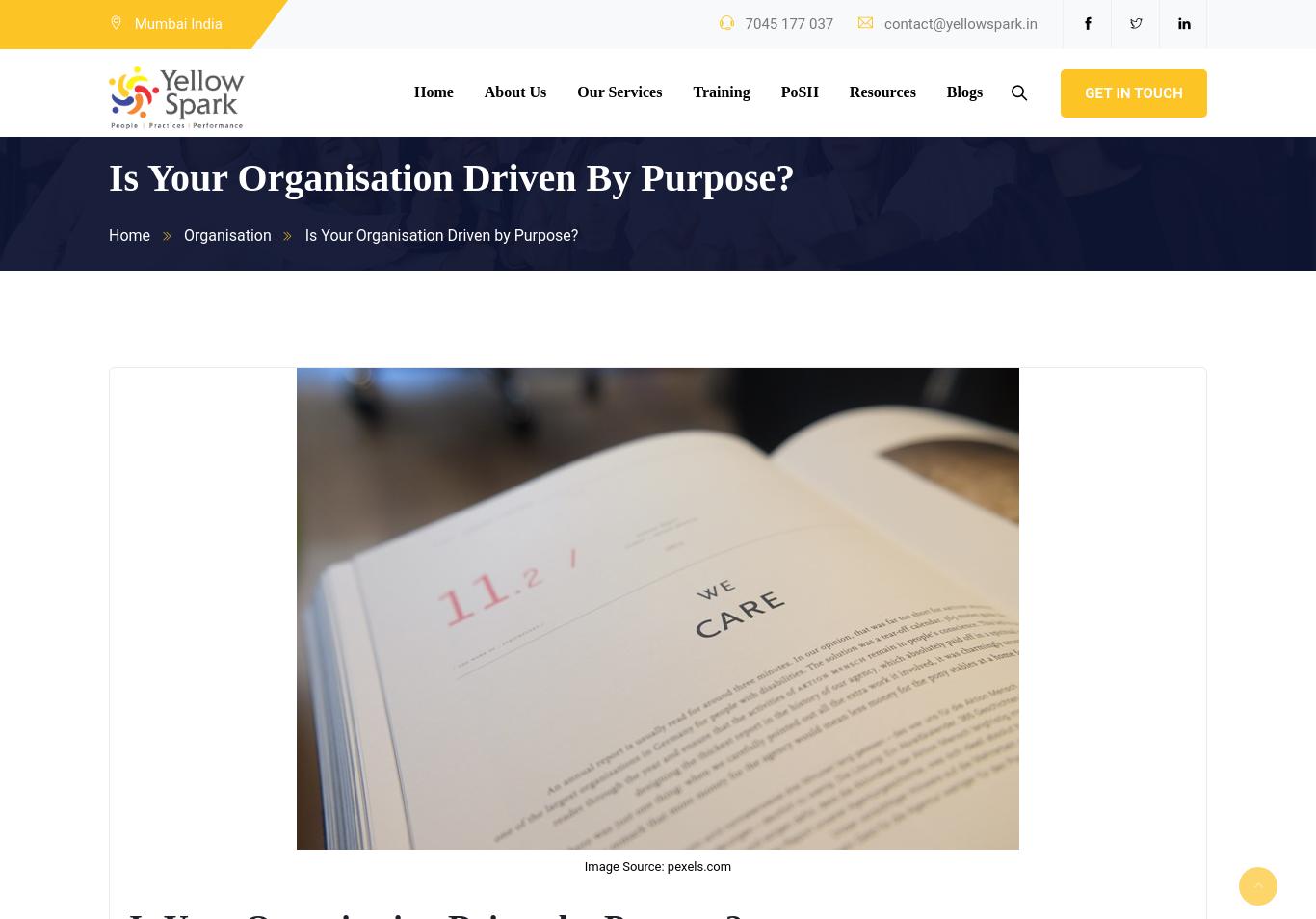  Describe the element at coordinates (656, 865) in the screenshot. I see `'Image Source: pexels.com'` at that location.